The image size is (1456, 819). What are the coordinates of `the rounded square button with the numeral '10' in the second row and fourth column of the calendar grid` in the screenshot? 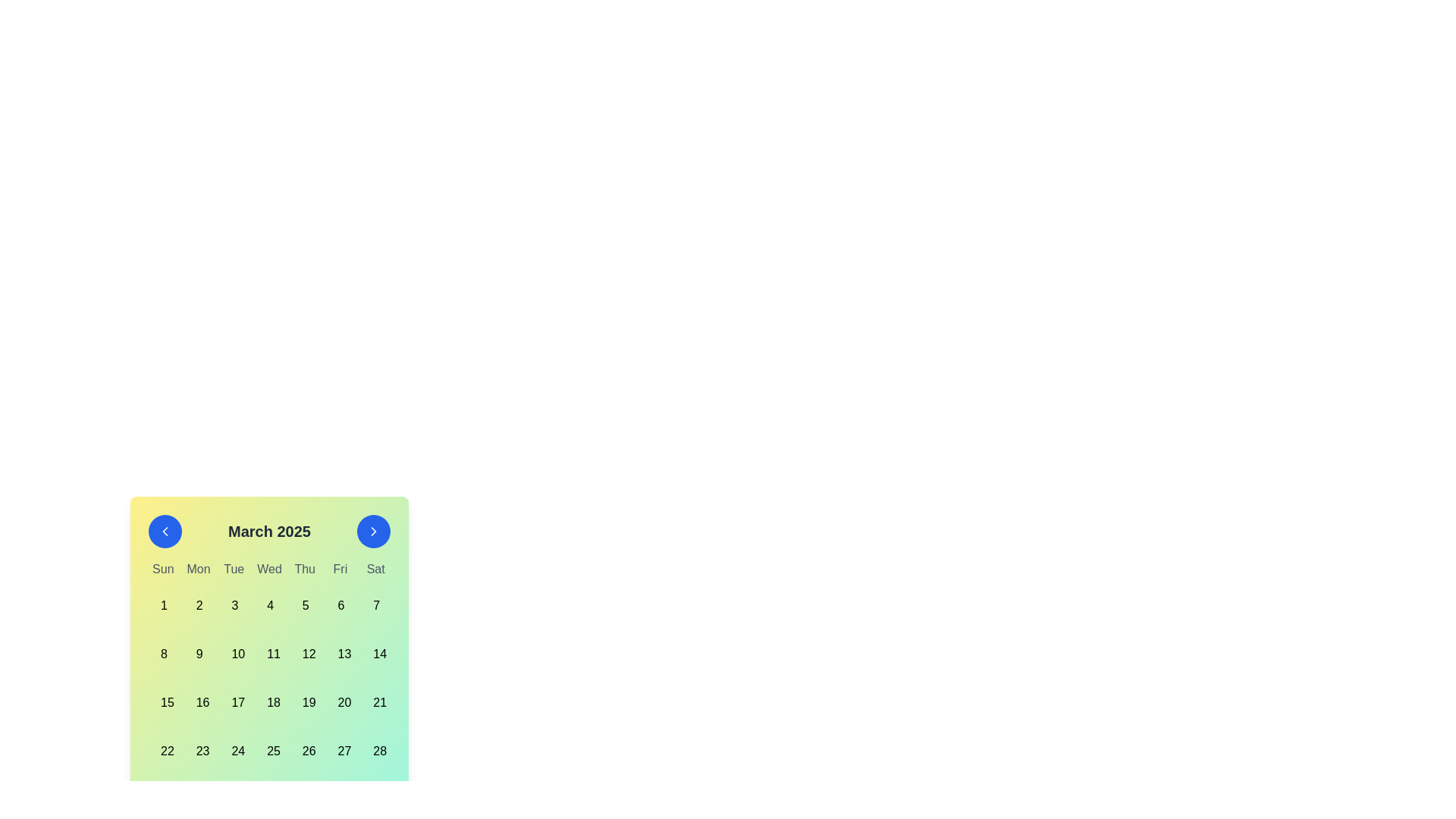 It's located at (233, 654).